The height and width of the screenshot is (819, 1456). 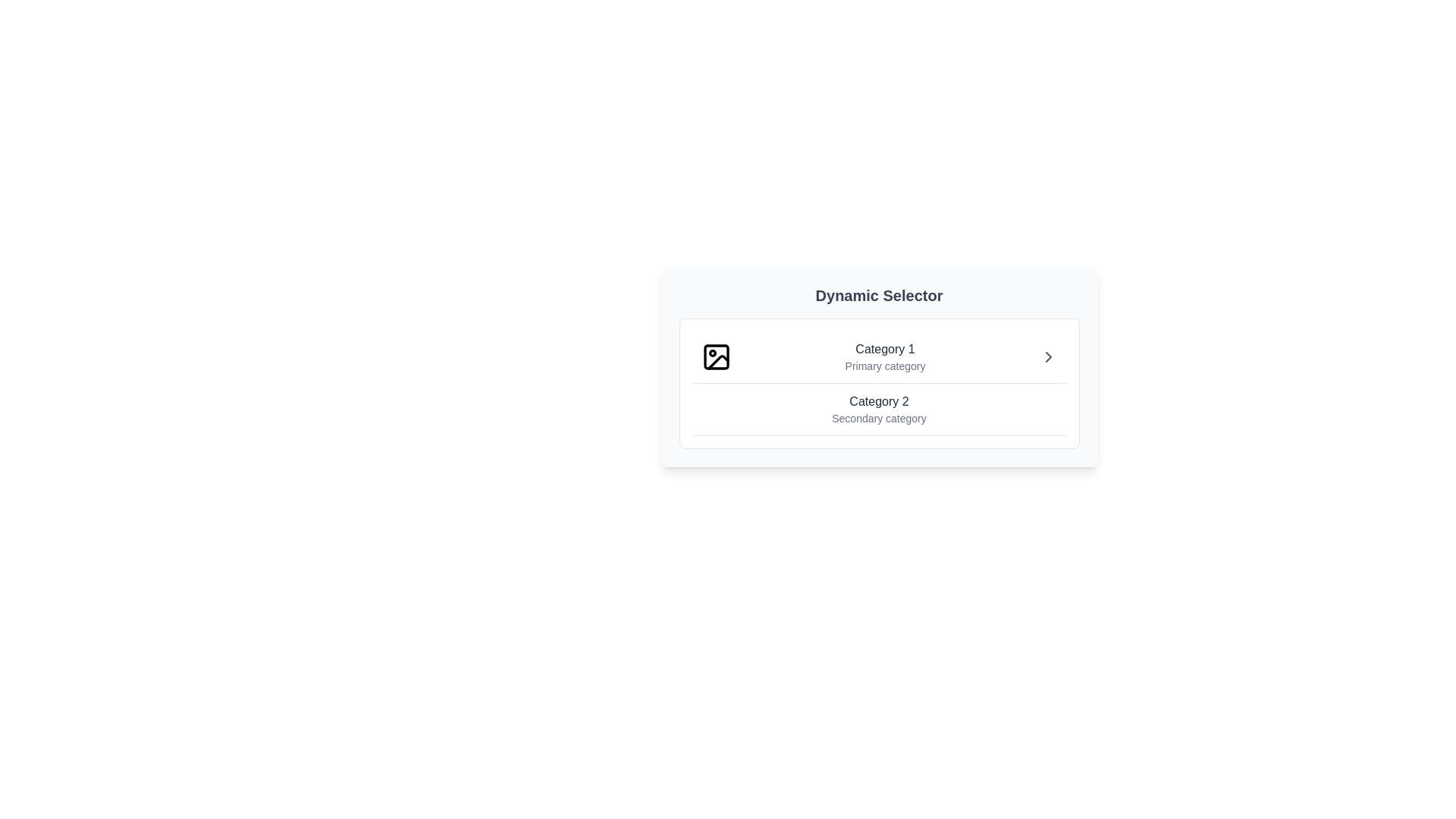 I want to click on the descriptive Text label located beneath the 'Category 1' text, which provides additional context for the associated category, so click(x=885, y=366).